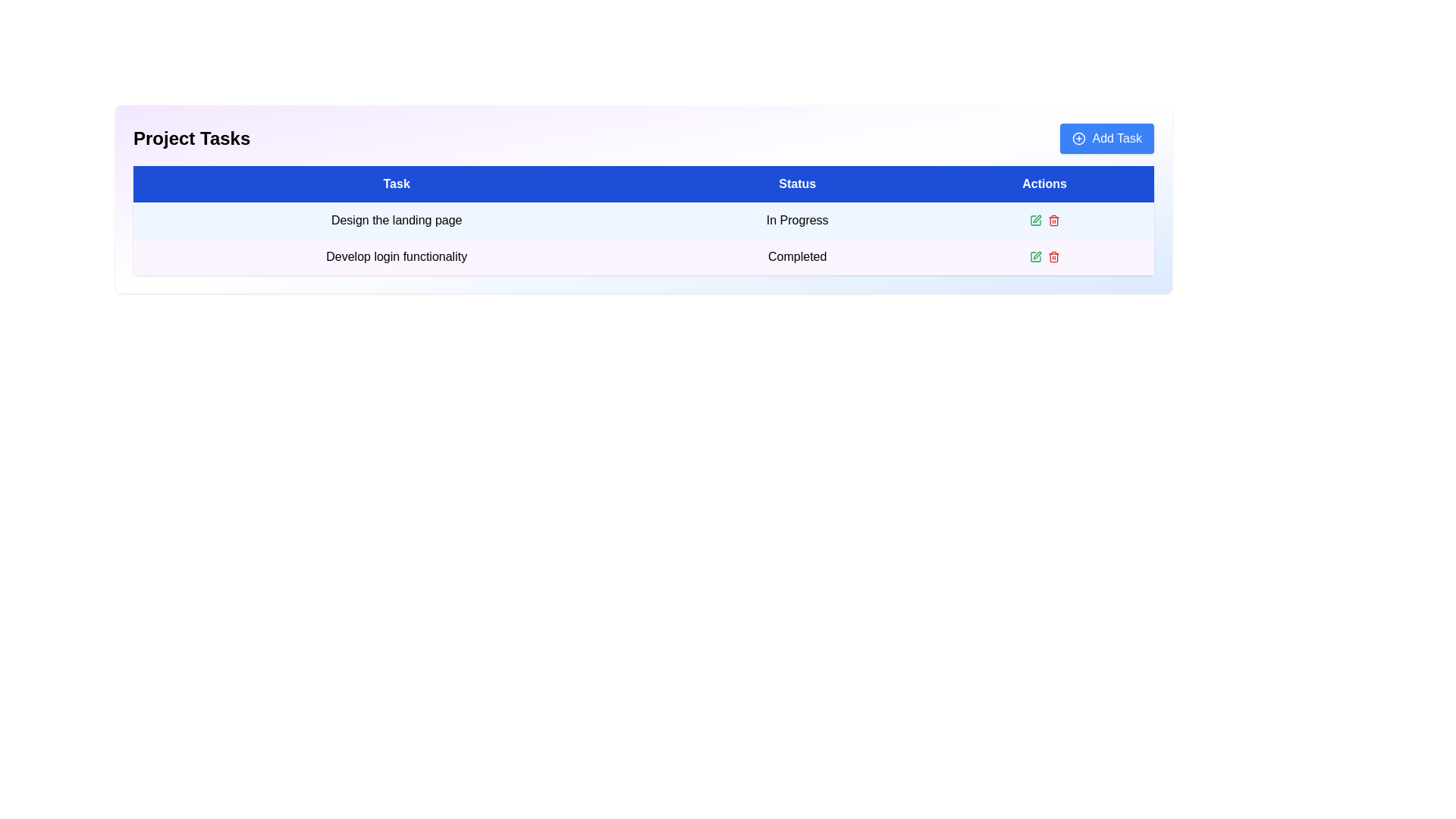  I want to click on the green pencil icon in the horizontal action button group for editing the task titled 'Design the landing page', so click(1043, 220).